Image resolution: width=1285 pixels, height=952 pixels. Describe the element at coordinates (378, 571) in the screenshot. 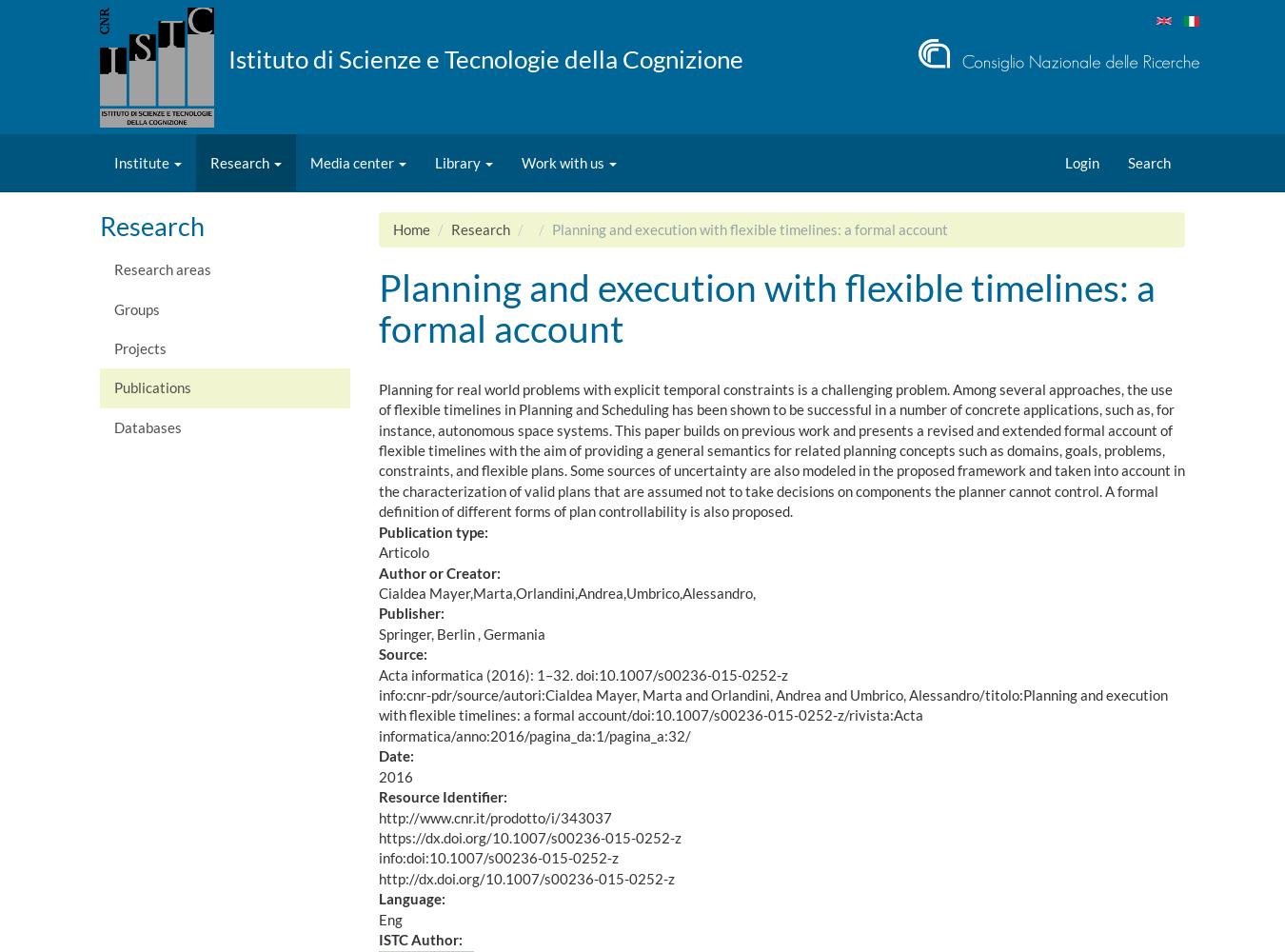

I see `'Author or Creator:'` at that location.